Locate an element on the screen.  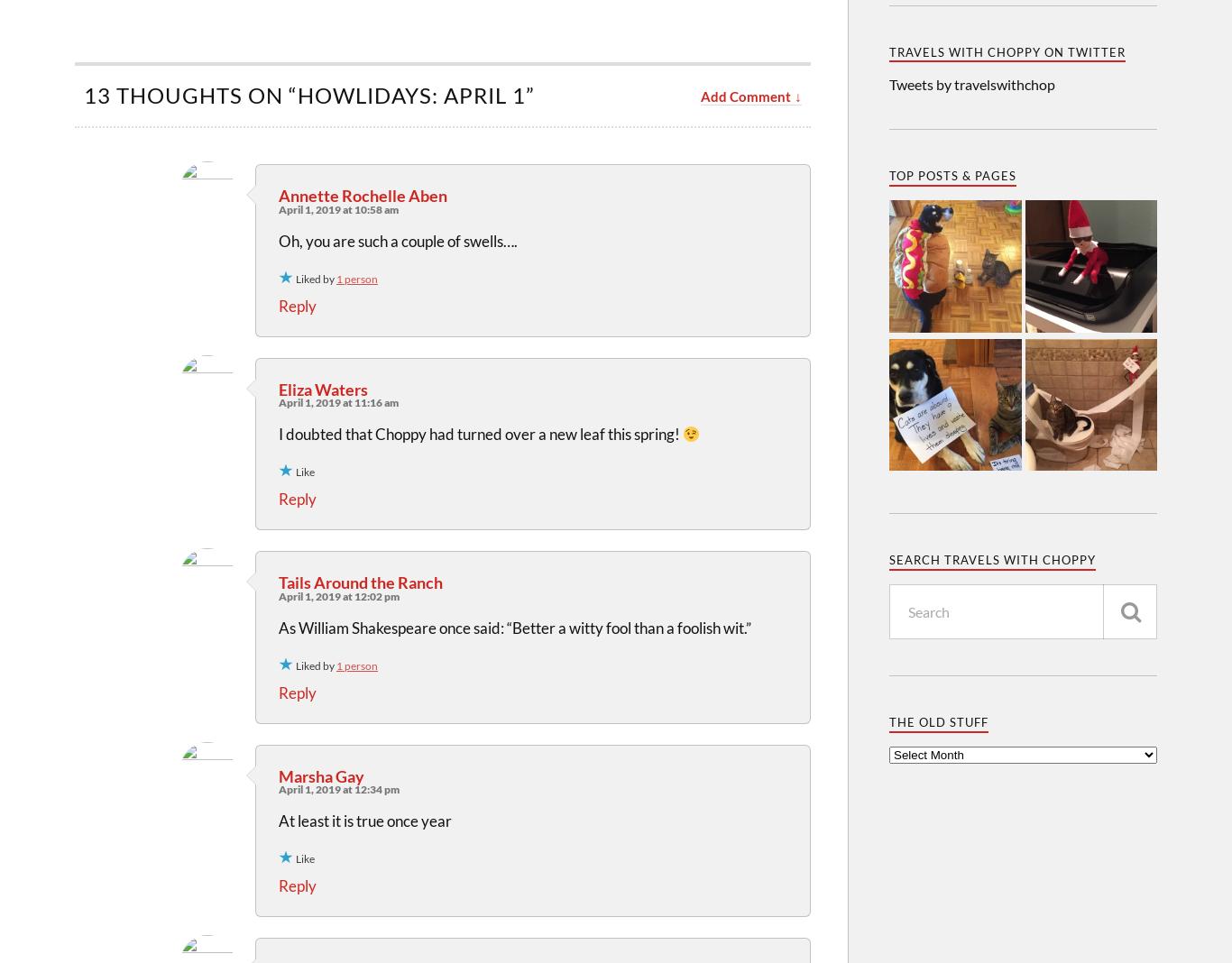
'As William Shakespeare once said: “Better a witty fool than a foolish wit.”' is located at coordinates (513, 627).